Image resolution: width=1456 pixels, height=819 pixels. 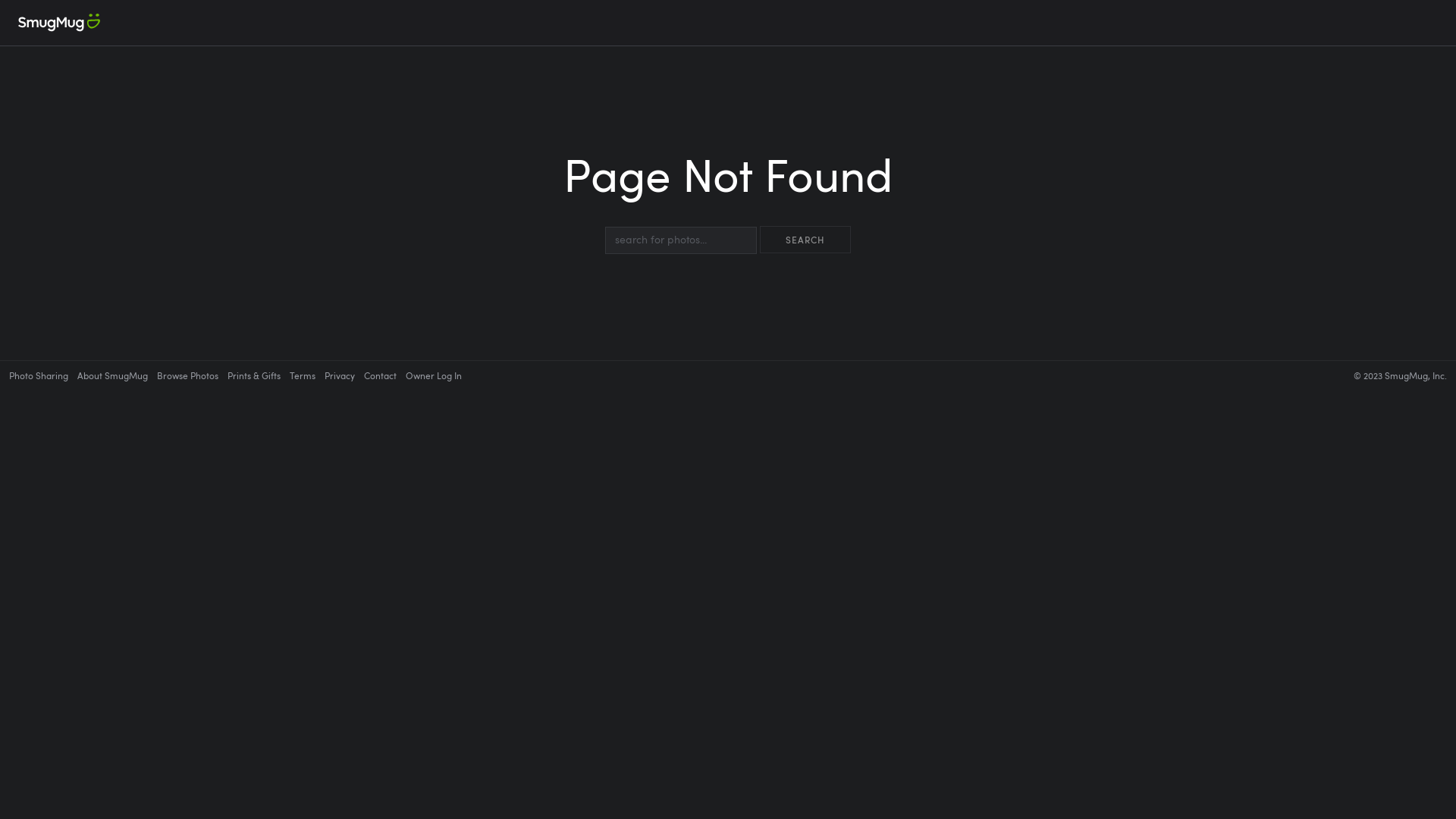 What do you see at coordinates (58, 23) in the screenshot?
I see `'SmugMug'` at bounding box center [58, 23].